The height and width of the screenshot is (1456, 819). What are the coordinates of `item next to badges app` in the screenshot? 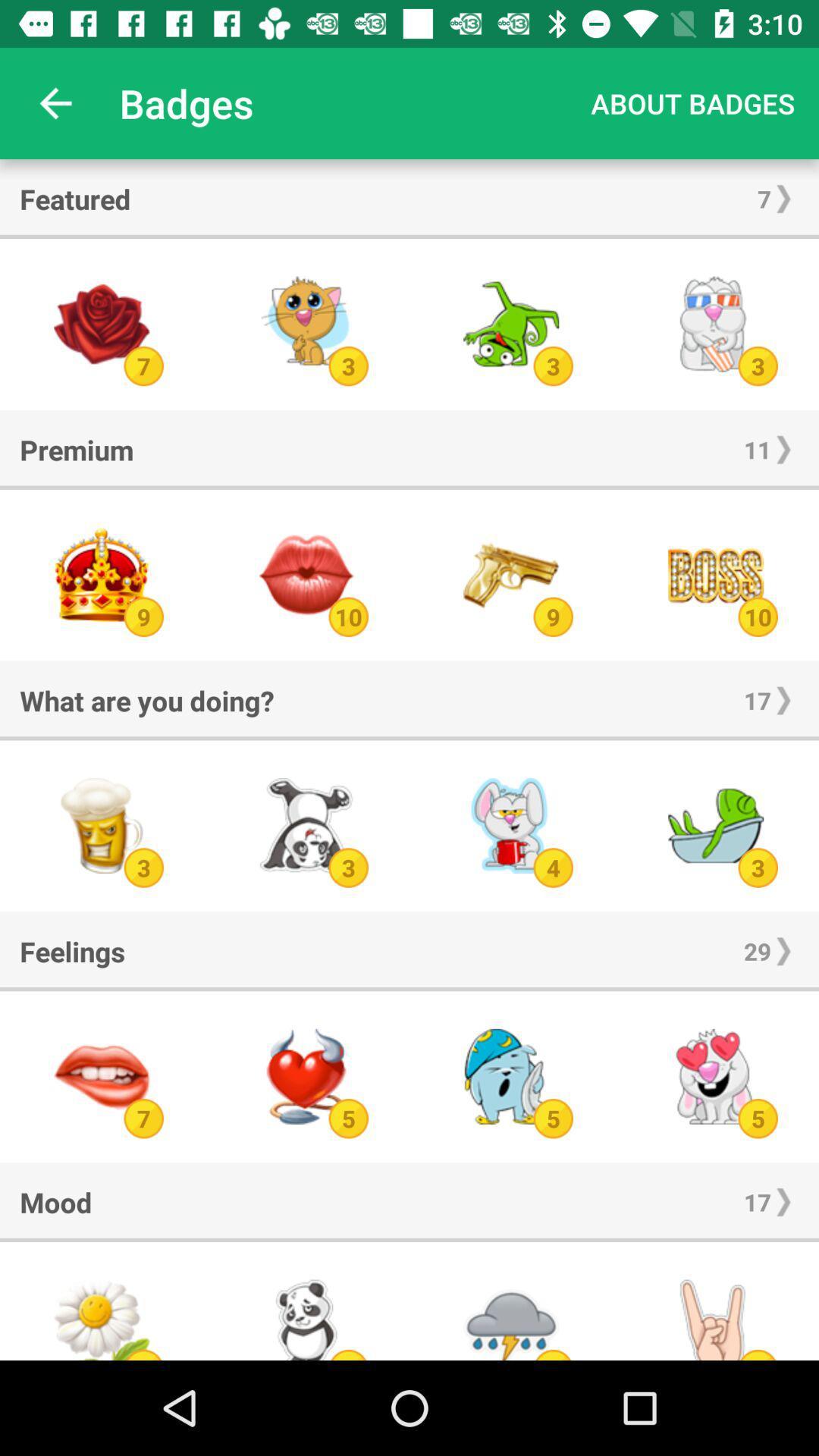 It's located at (55, 102).